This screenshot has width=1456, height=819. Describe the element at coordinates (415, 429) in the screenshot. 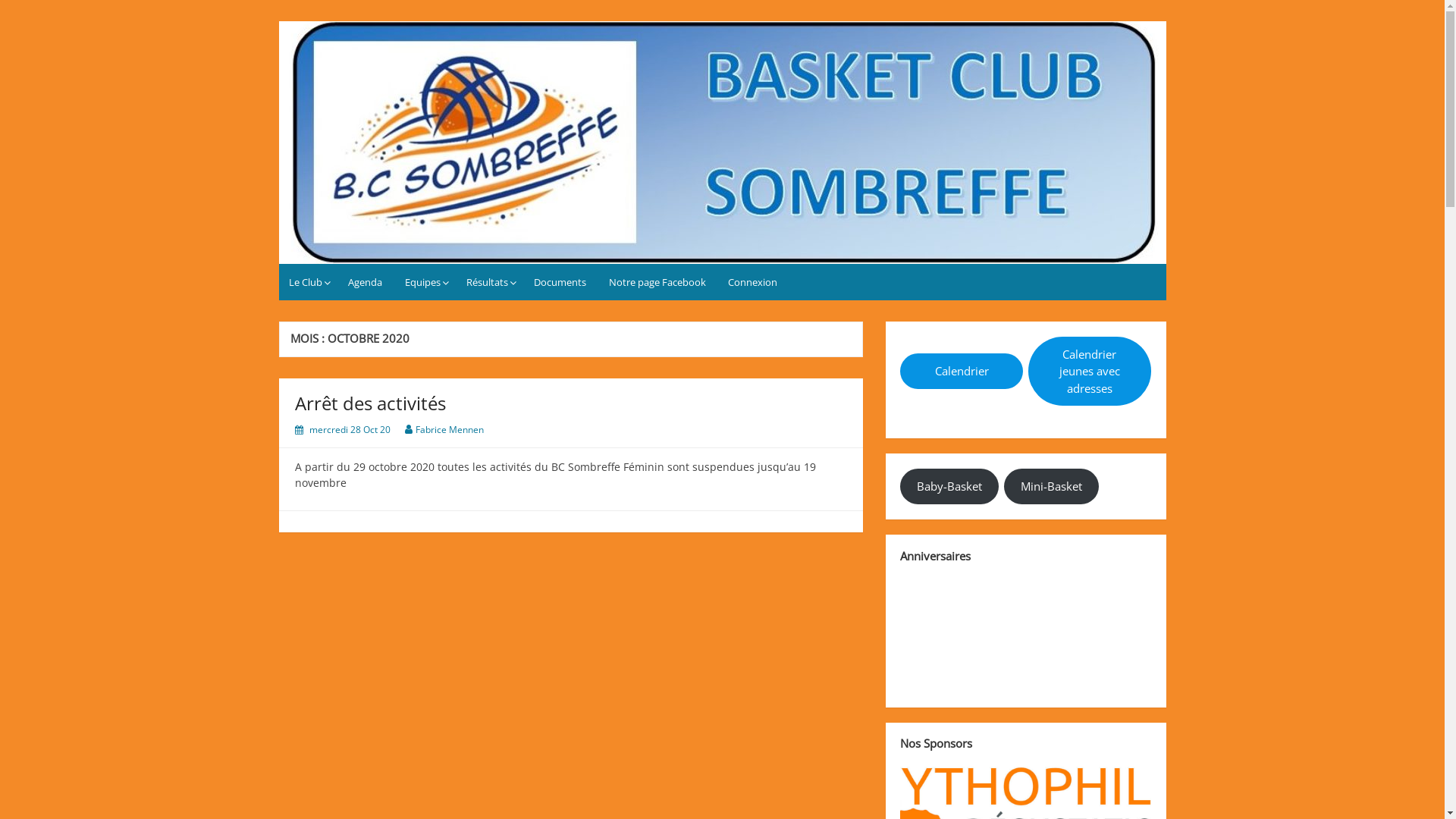

I see `'Fabrice Mennen'` at that location.